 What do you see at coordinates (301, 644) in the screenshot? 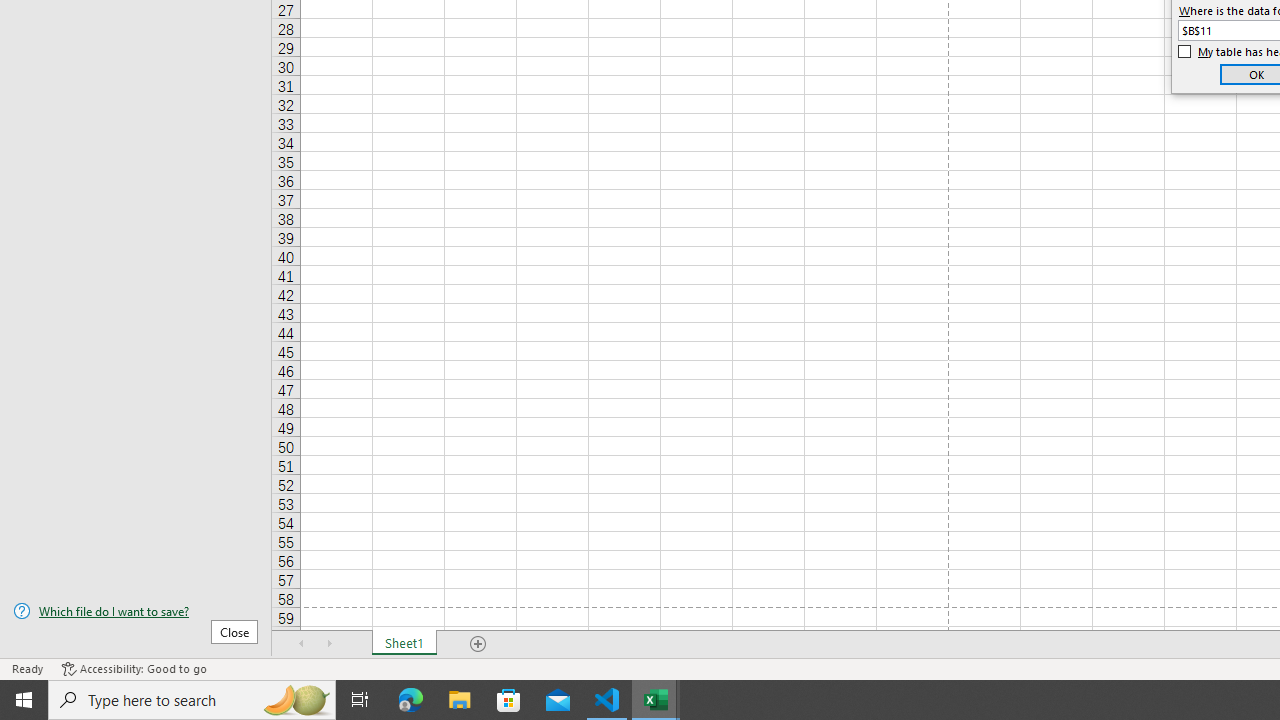
I see `'Scroll Left'` at bounding box center [301, 644].